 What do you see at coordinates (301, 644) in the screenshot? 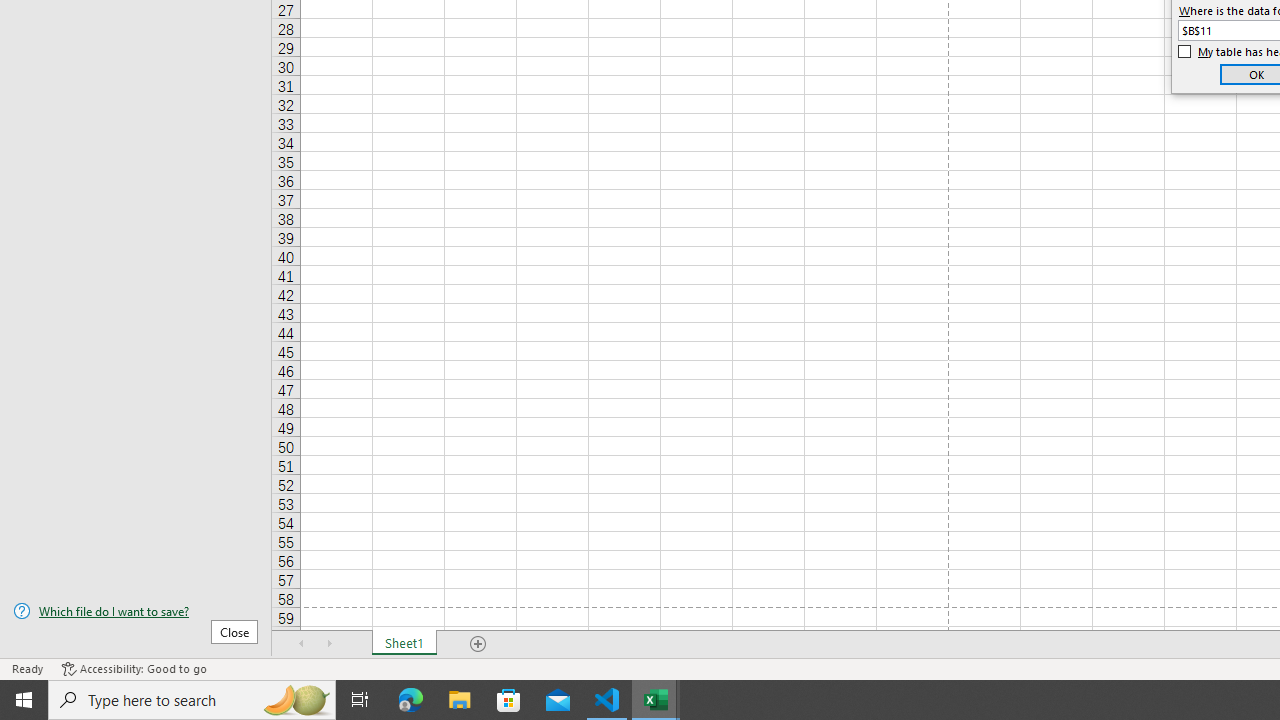
I see `'Scroll Left'` at bounding box center [301, 644].